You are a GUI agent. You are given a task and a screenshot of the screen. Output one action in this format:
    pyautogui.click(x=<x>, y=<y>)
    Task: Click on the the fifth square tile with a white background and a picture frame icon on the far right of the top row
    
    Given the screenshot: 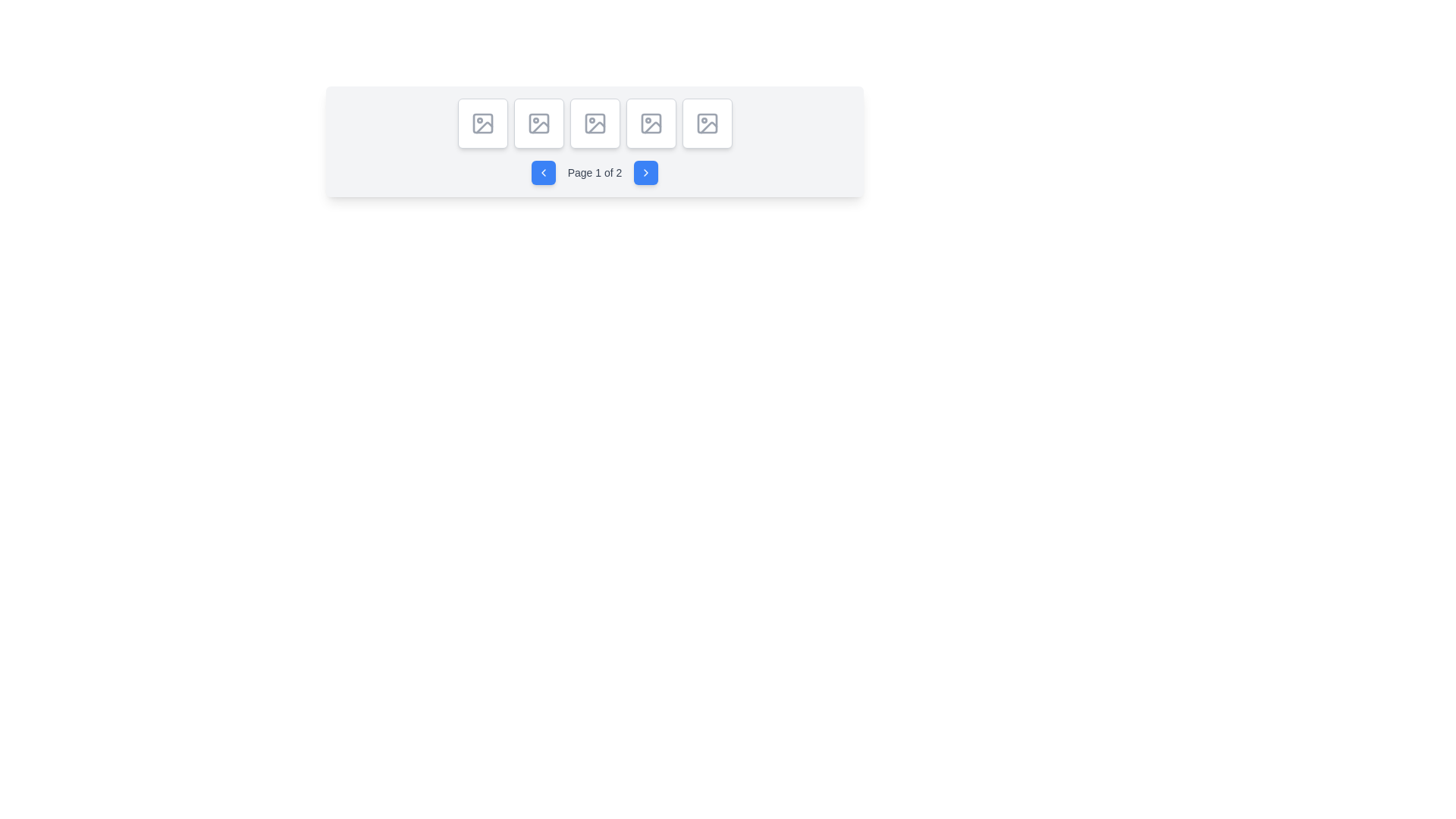 What is the action you would take?
    pyautogui.click(x=706, y=122)
    